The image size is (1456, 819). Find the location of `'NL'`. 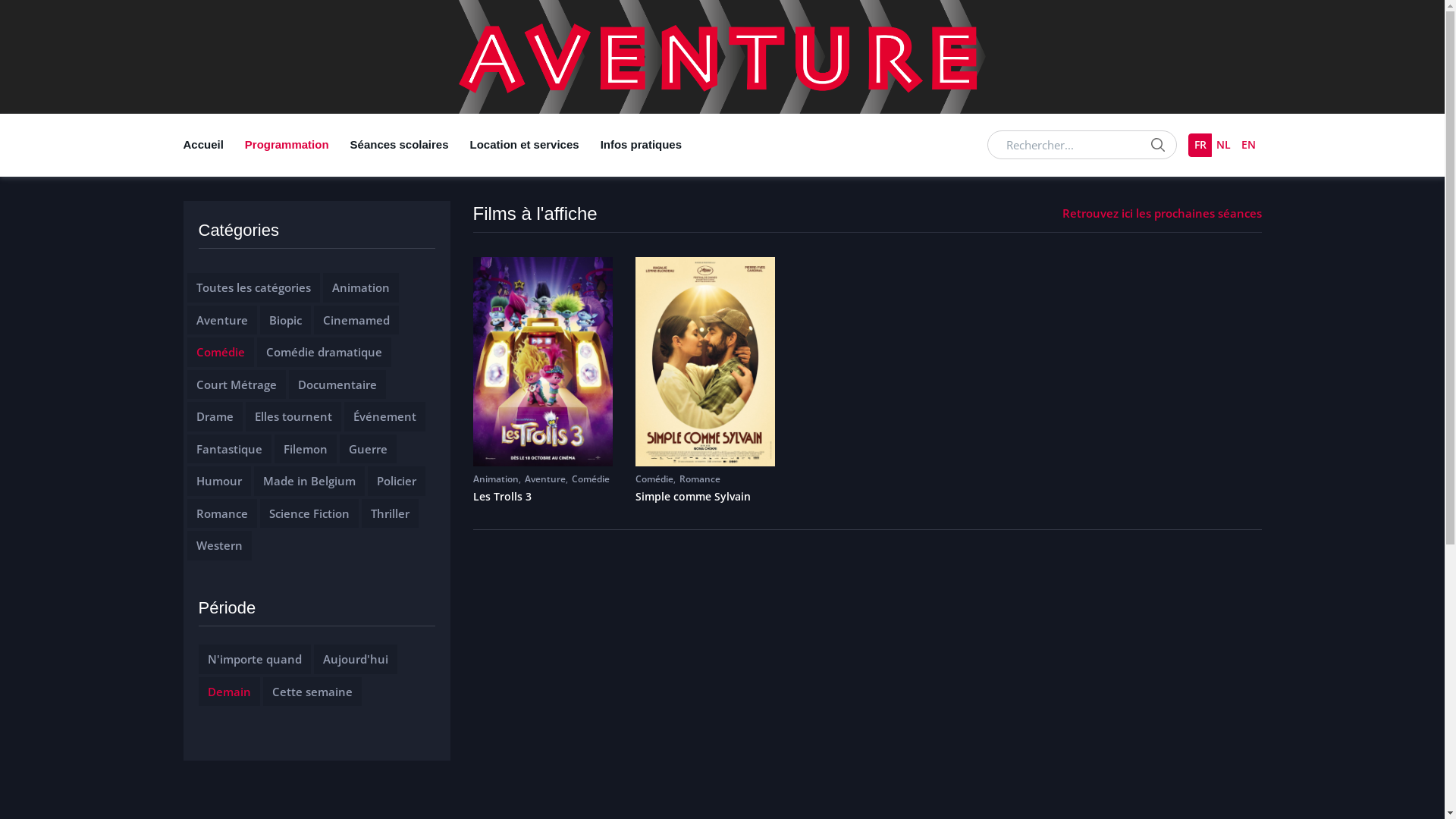

'NL' is located at coordinates (1223, 145).